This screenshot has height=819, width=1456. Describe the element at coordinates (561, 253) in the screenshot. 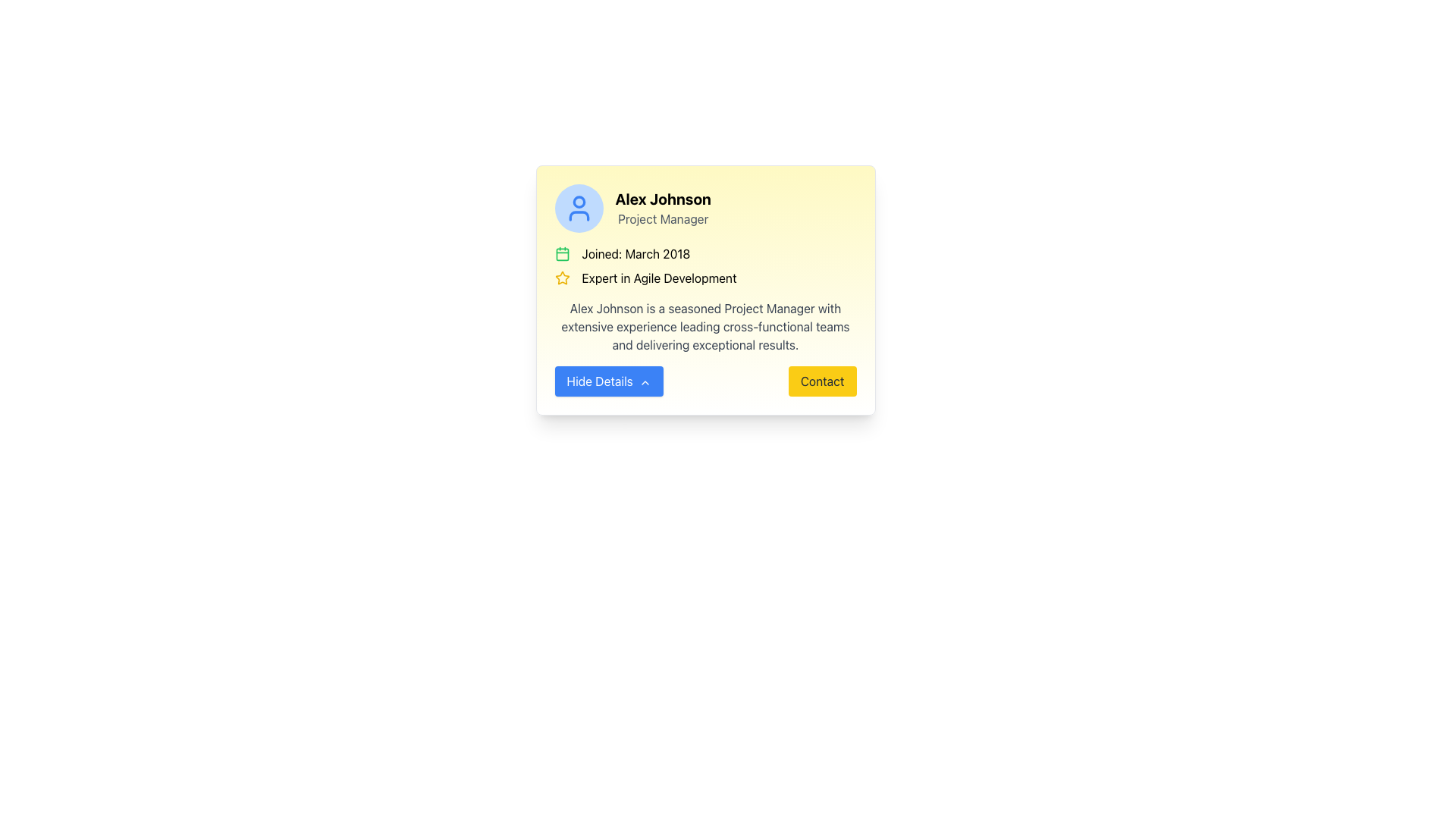

I see `the non-interactive calendar icon located to the left of the 'Joined: March 2018' text` at that location.